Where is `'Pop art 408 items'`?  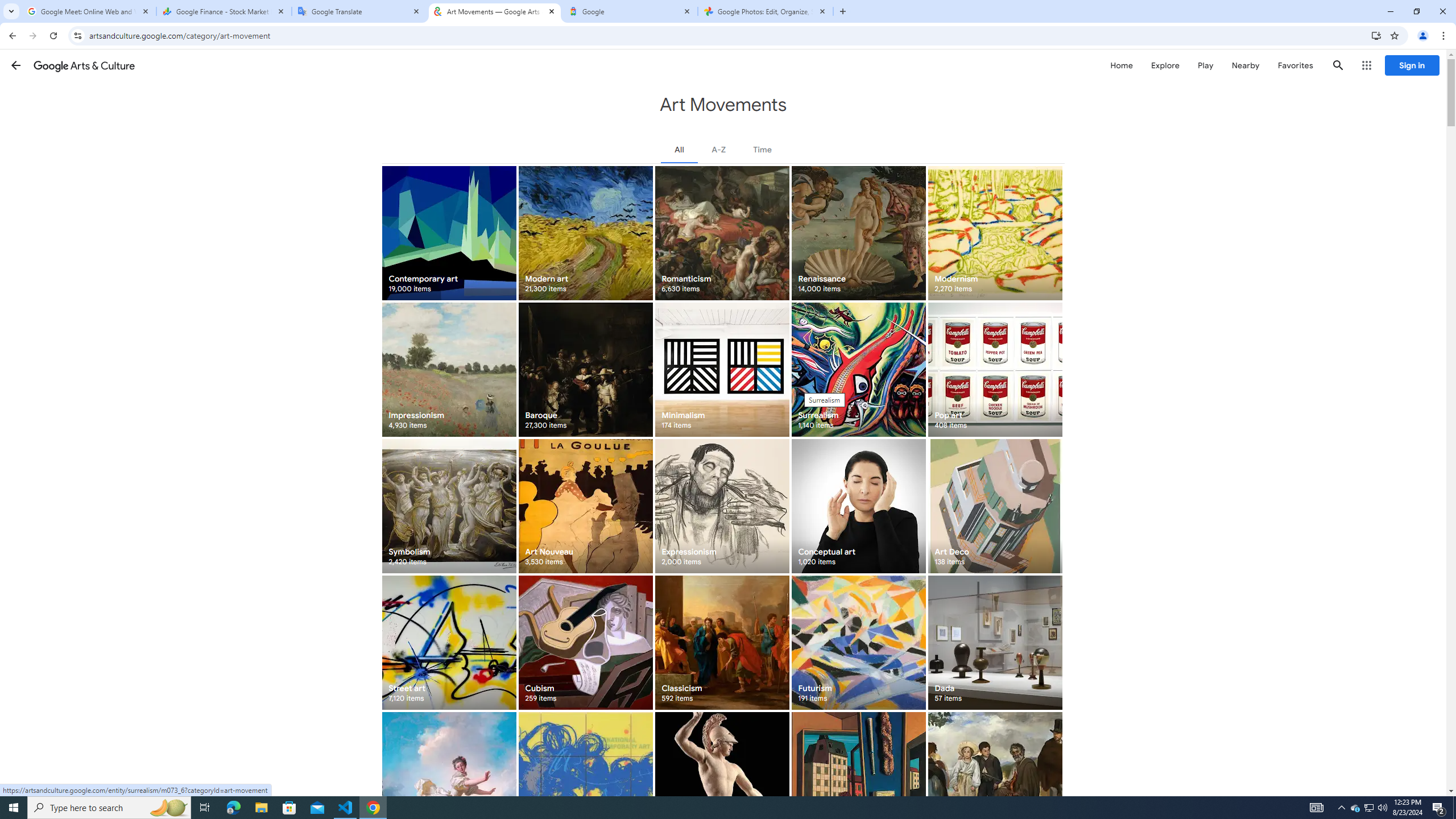
'Pop art 408 items' is located at coordinates (994, 369).